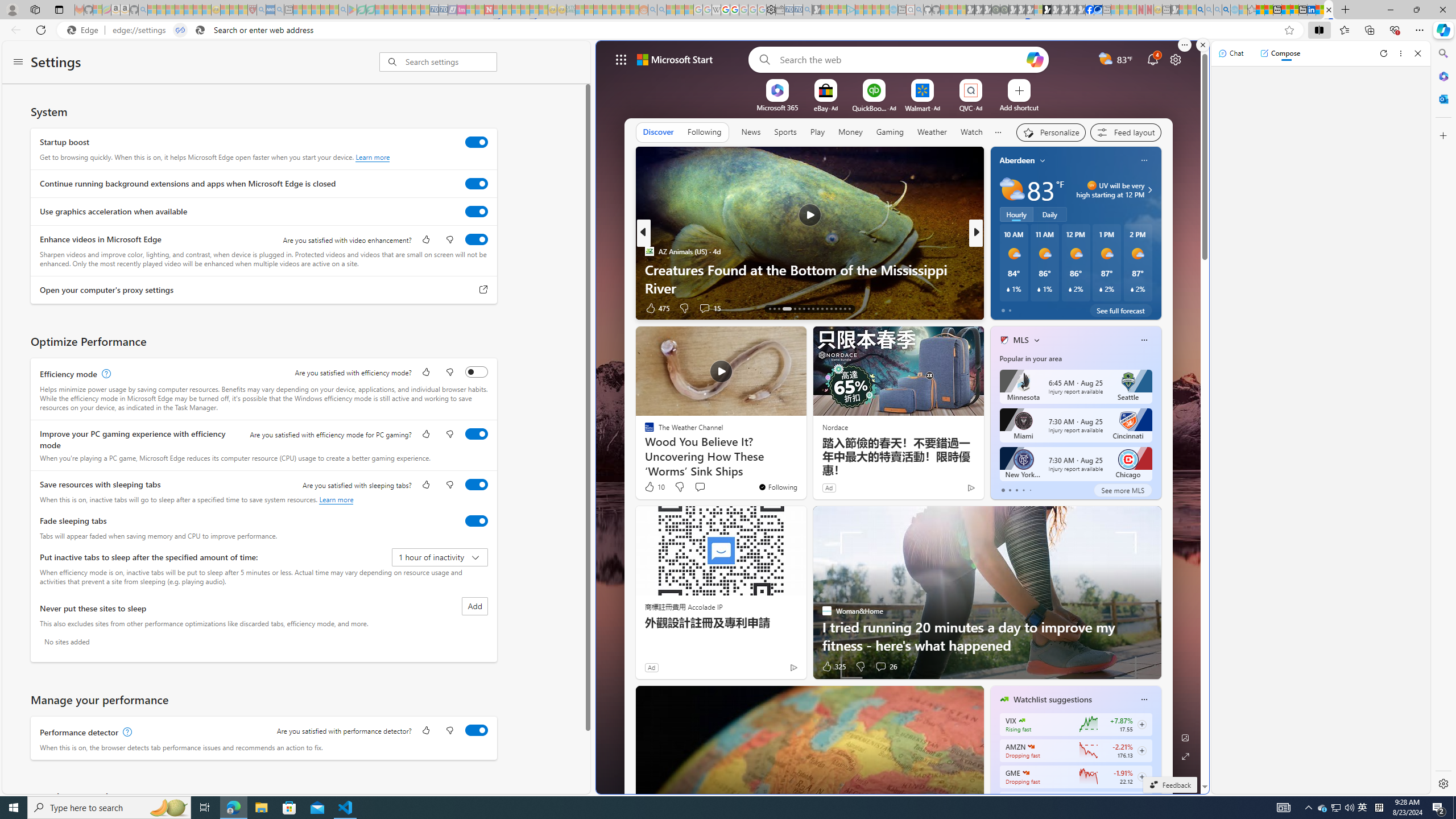 This screenshot has height=819, width=1456. I want to click on 'AutomationID: tab-22', so click(817, 308).